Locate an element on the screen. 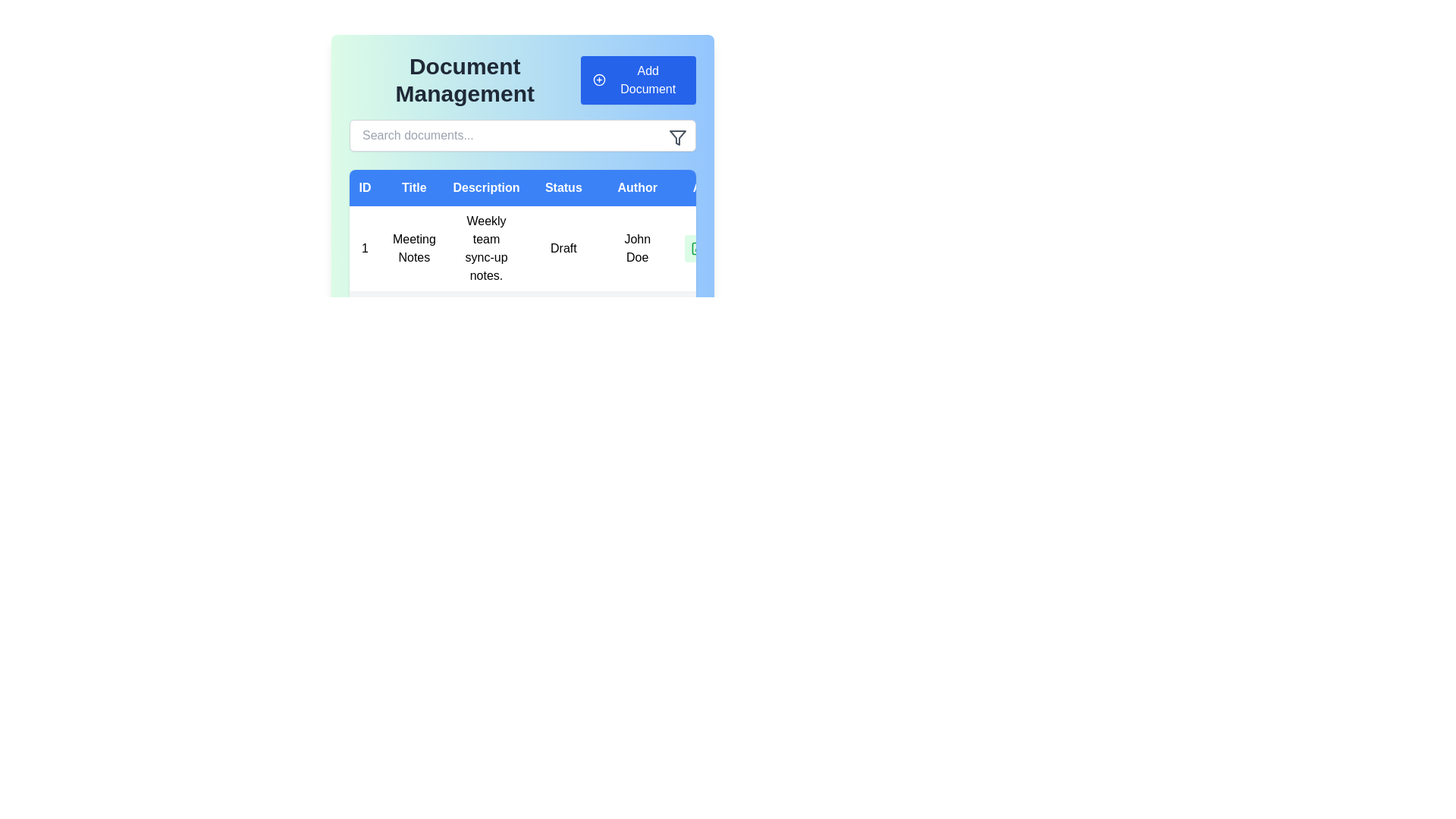 This screenshot has height=819, width=1456. the small, green-colored pen icon located in the 'Author' column of the table, aligned with the 'Meeting Notes' entry is located at coordinates (699, 246).